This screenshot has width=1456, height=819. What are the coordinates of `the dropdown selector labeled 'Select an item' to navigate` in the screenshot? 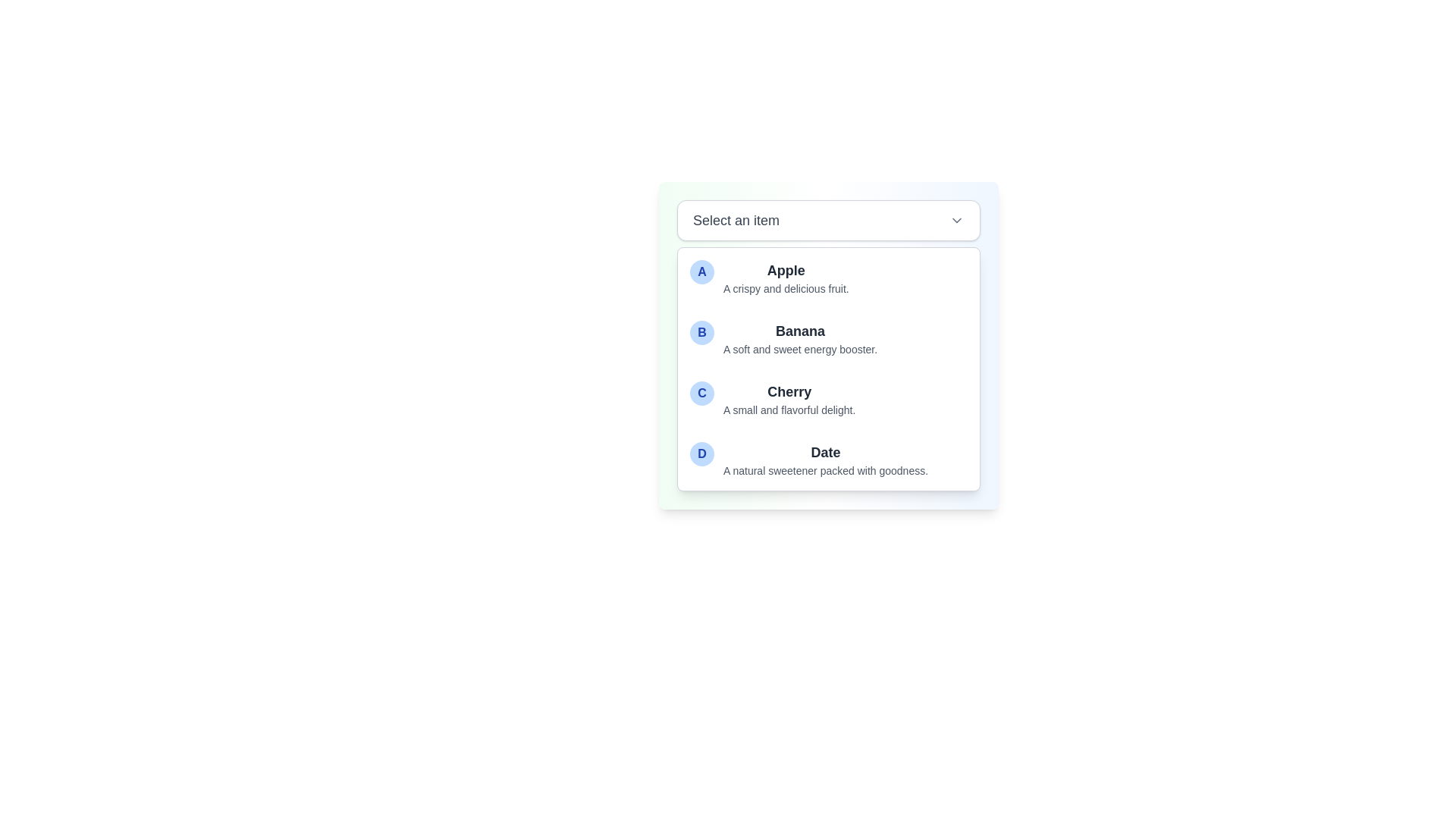 It's located at (828, 220).